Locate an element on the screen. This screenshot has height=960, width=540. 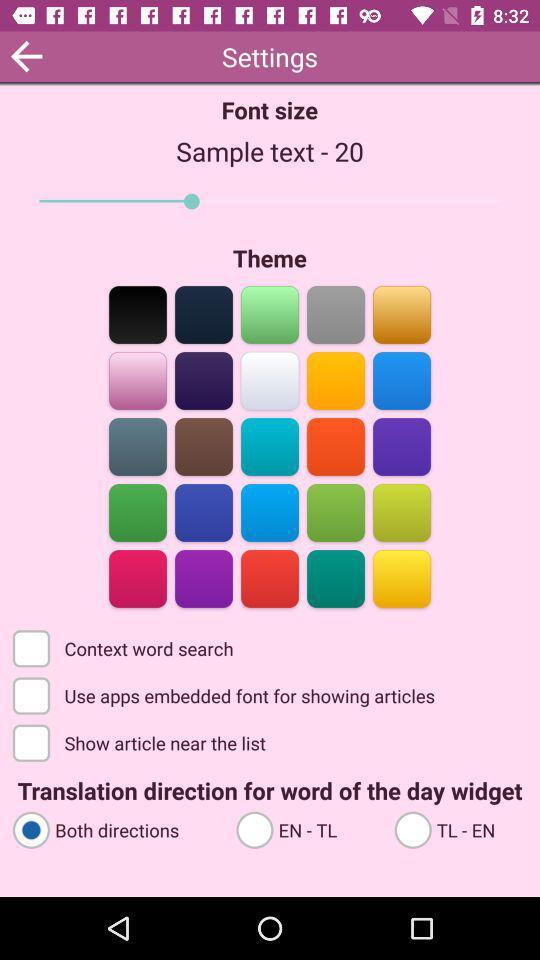
item to the left of the en - tl icon is located at coordinates (115, 829).